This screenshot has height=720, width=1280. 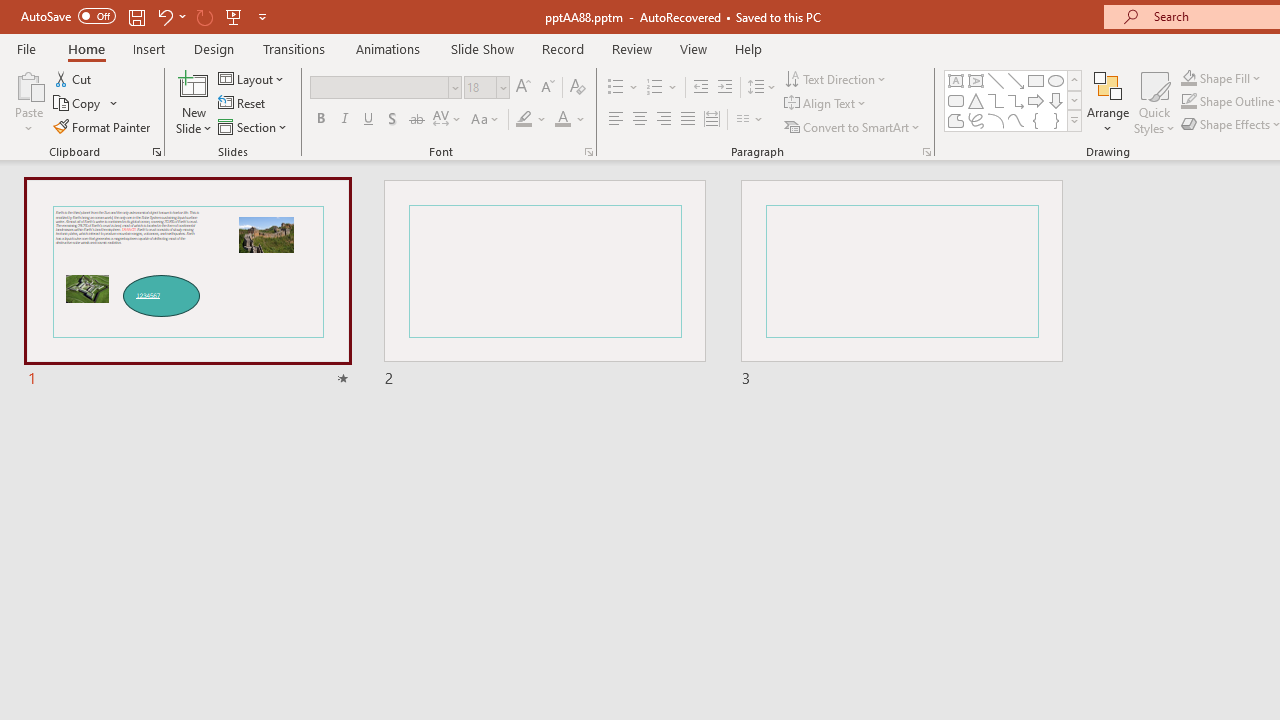 I want to click on 'AutoSave', so click(x=68, y=16).